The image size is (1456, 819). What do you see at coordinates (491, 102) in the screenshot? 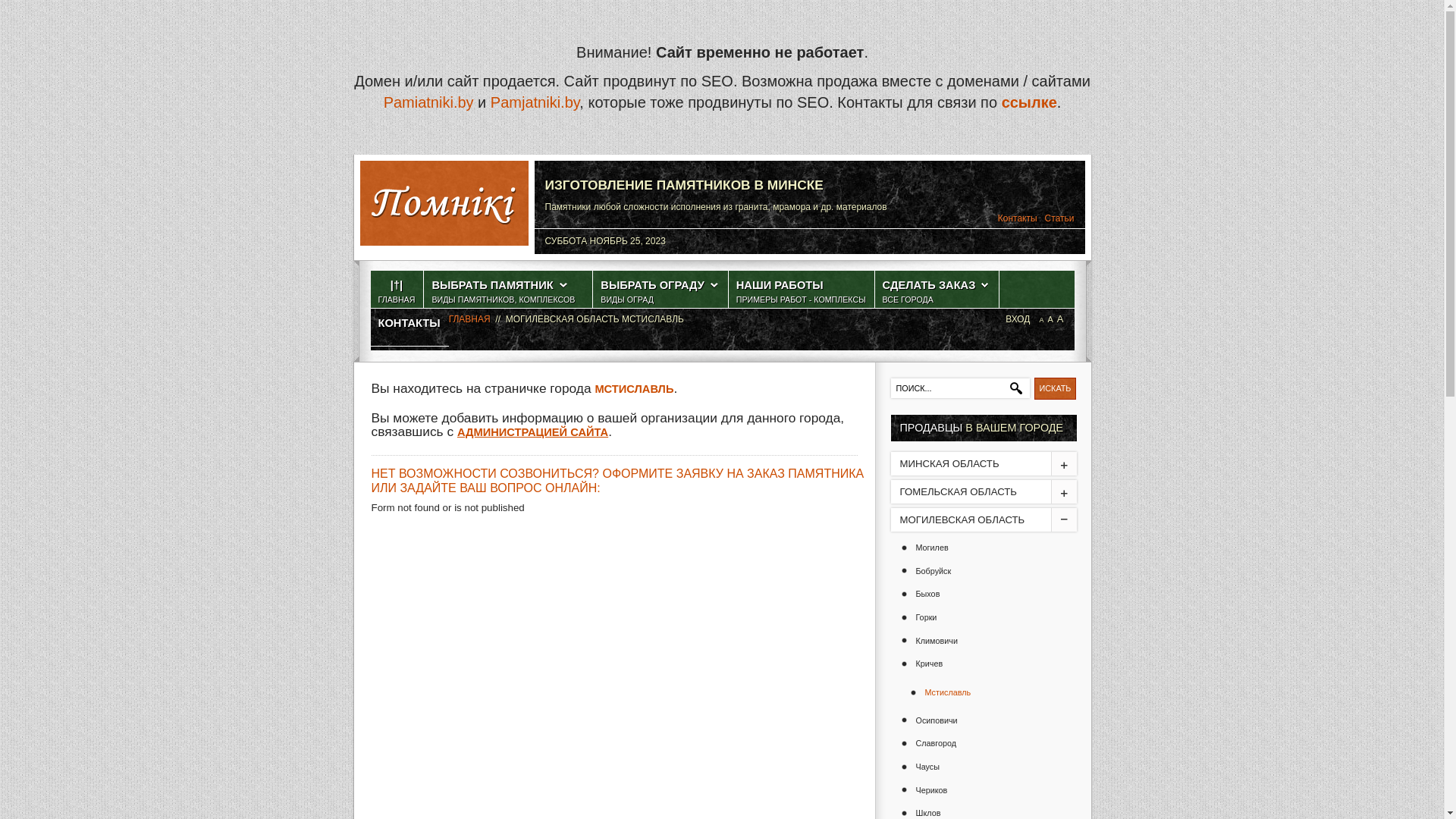
I see `'Pamjatniki.by'` at bounding box center [491, 102].